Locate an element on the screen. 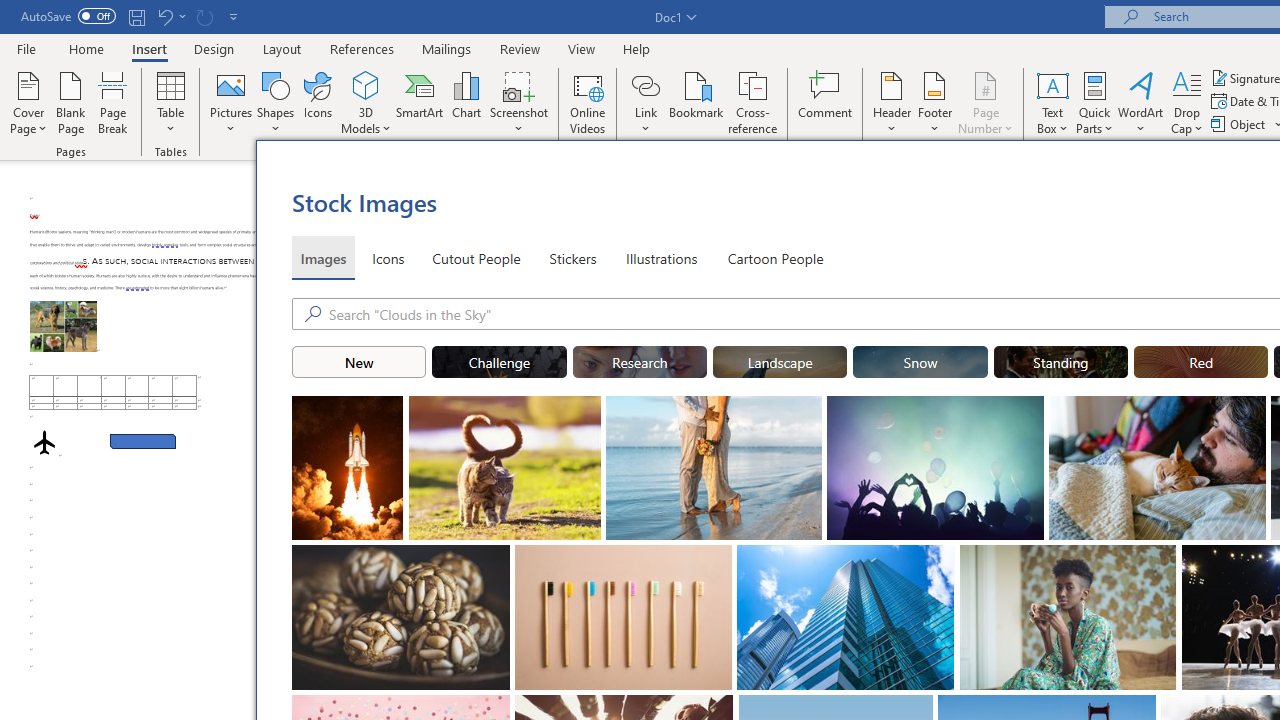  'Rectangle: Diagonal Corners Snipped 2' is located at coordinates (142, 440).